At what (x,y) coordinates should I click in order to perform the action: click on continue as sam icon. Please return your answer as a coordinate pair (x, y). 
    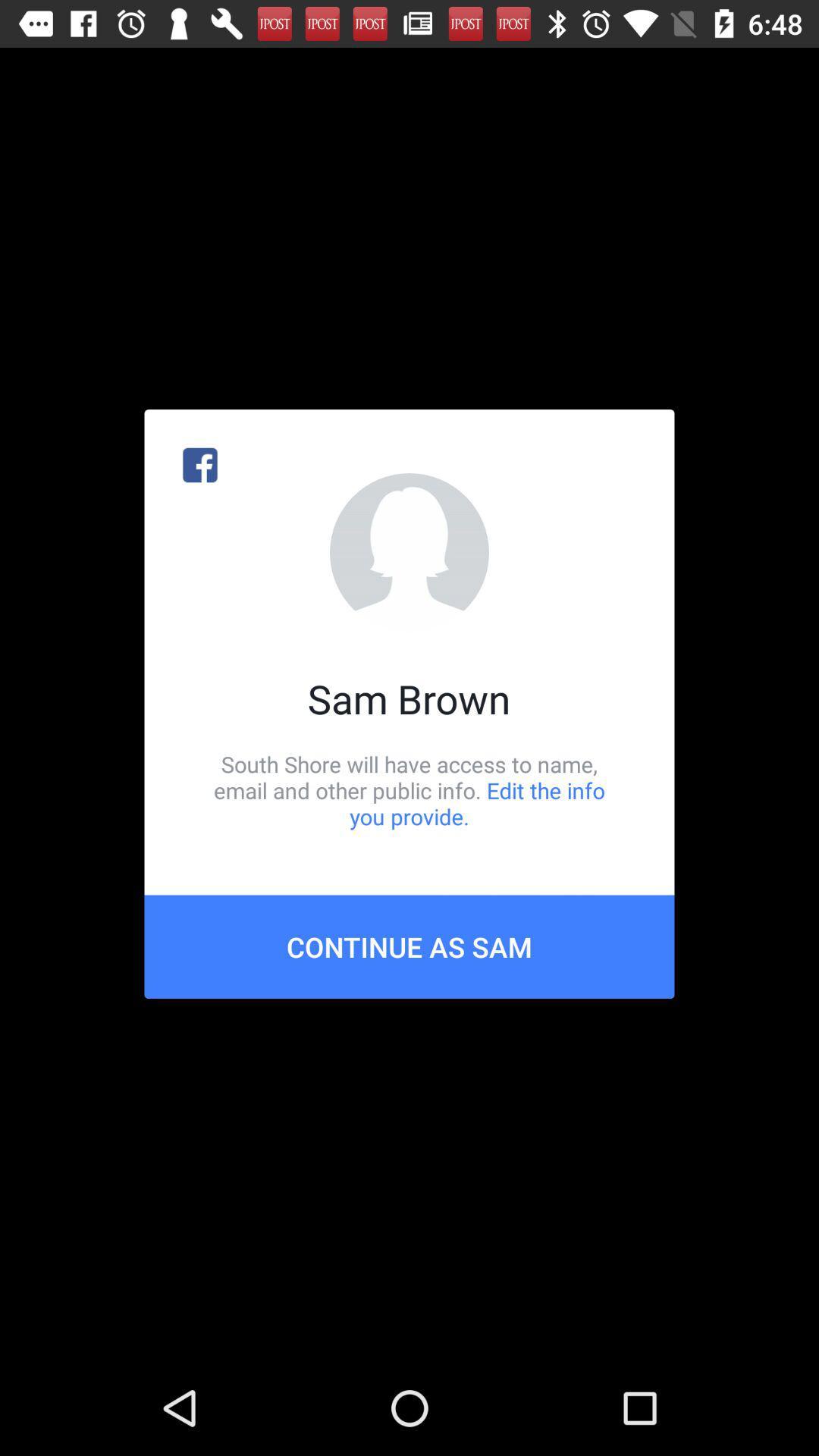
    Looking at the image, I should click on (409, 946).